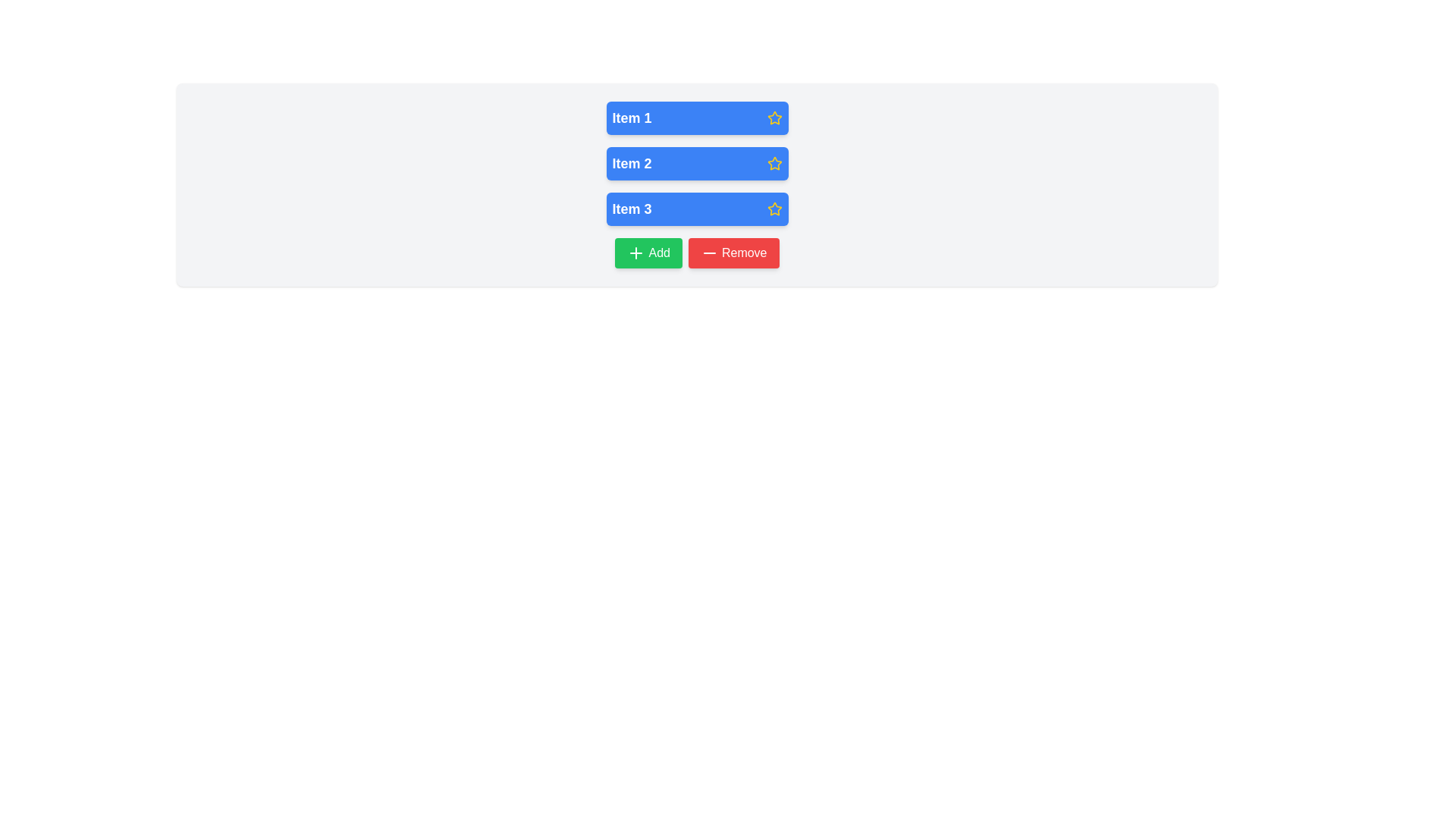  What do you see at coordinates (636, 253) in the screenshot?
I see `the plus icon located on the green 'Add' button below the item list` at bounding box center [636, 253].